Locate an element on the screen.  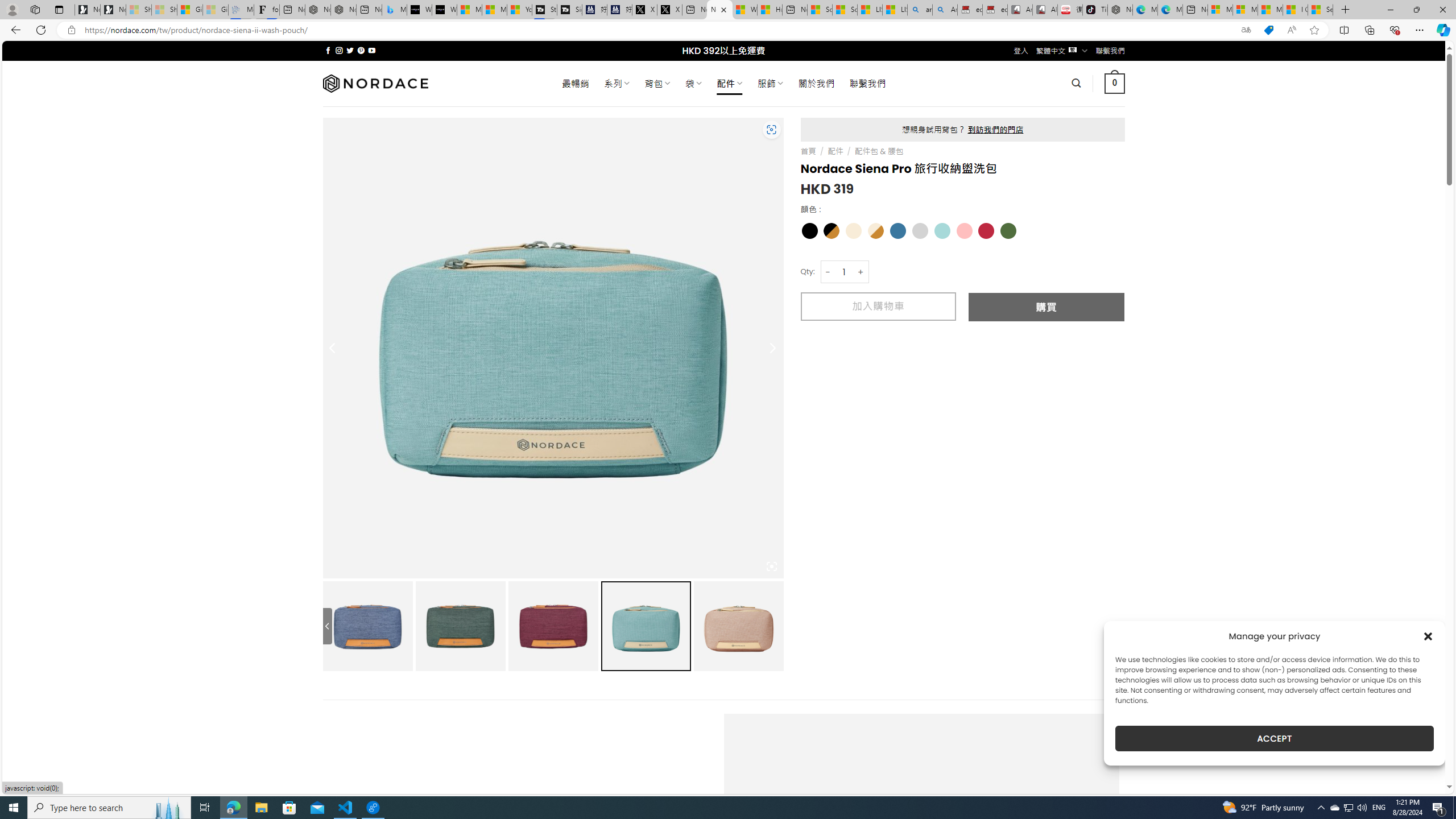
'Follow on Facebook' is located at coordinates (328, 50).